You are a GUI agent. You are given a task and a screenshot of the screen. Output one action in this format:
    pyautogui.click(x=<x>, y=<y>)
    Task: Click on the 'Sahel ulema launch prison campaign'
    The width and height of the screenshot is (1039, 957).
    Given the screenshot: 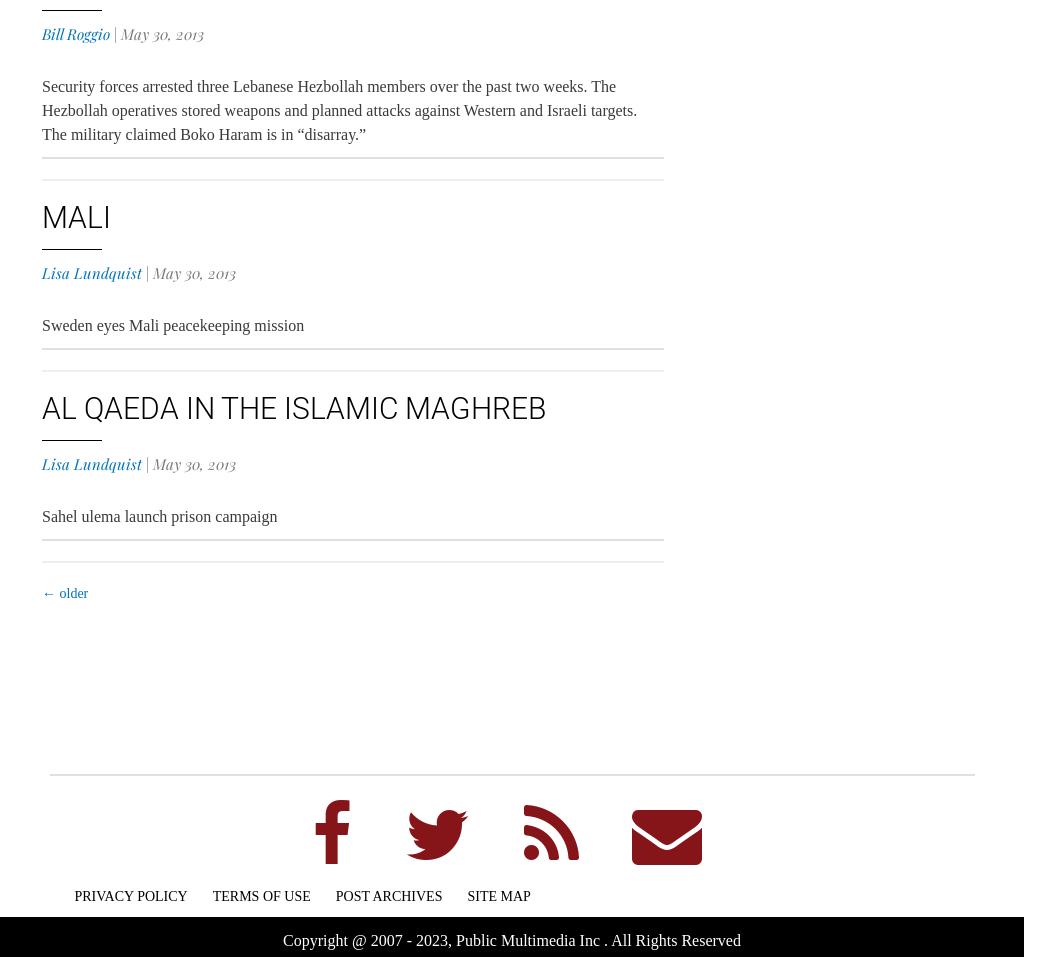 What is the action you would take?
    pyautogui.click(x=158, y=516)
    